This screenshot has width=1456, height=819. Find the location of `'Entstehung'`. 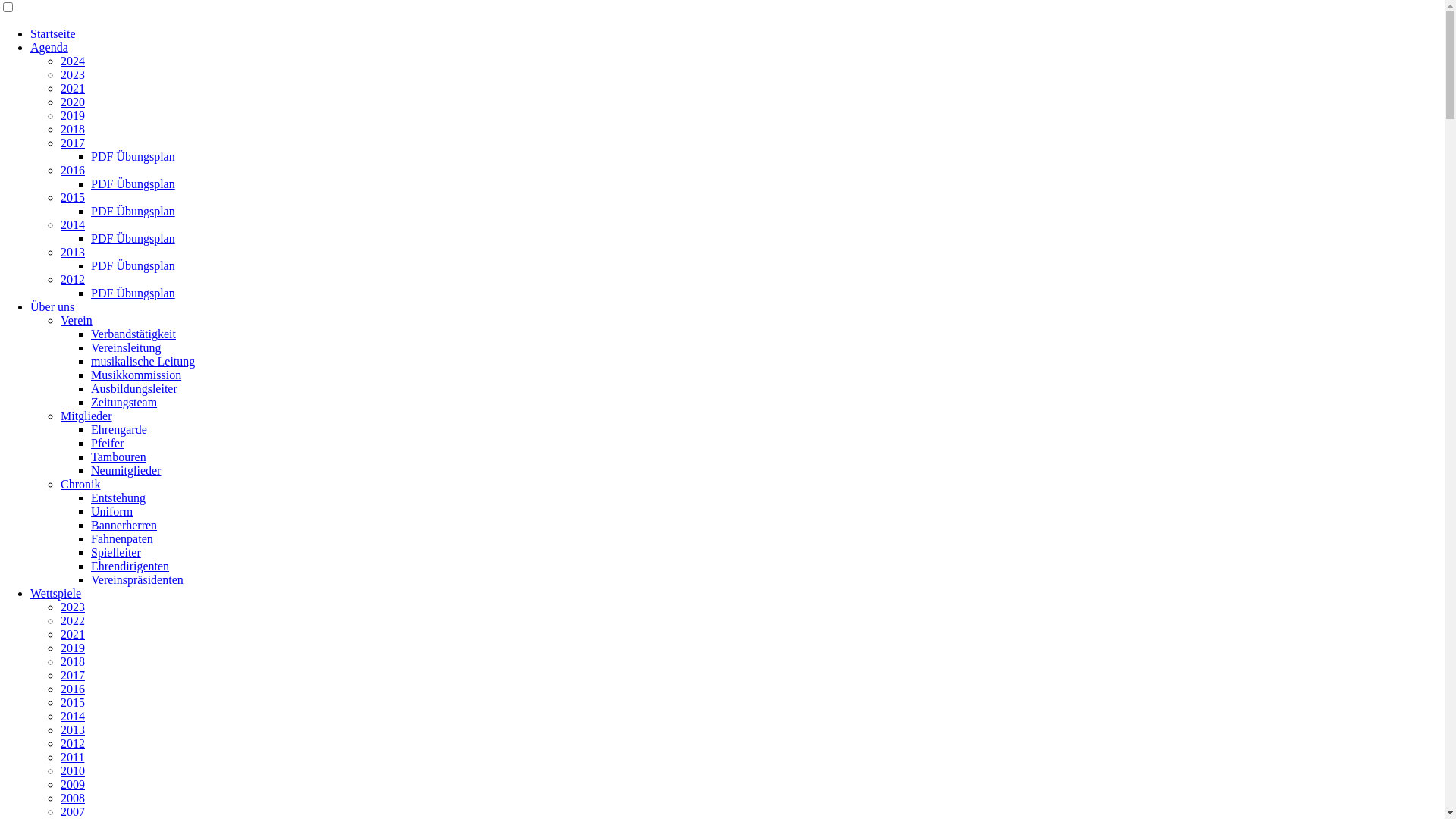

'Entstehung' is located at coordinates (118, 497).